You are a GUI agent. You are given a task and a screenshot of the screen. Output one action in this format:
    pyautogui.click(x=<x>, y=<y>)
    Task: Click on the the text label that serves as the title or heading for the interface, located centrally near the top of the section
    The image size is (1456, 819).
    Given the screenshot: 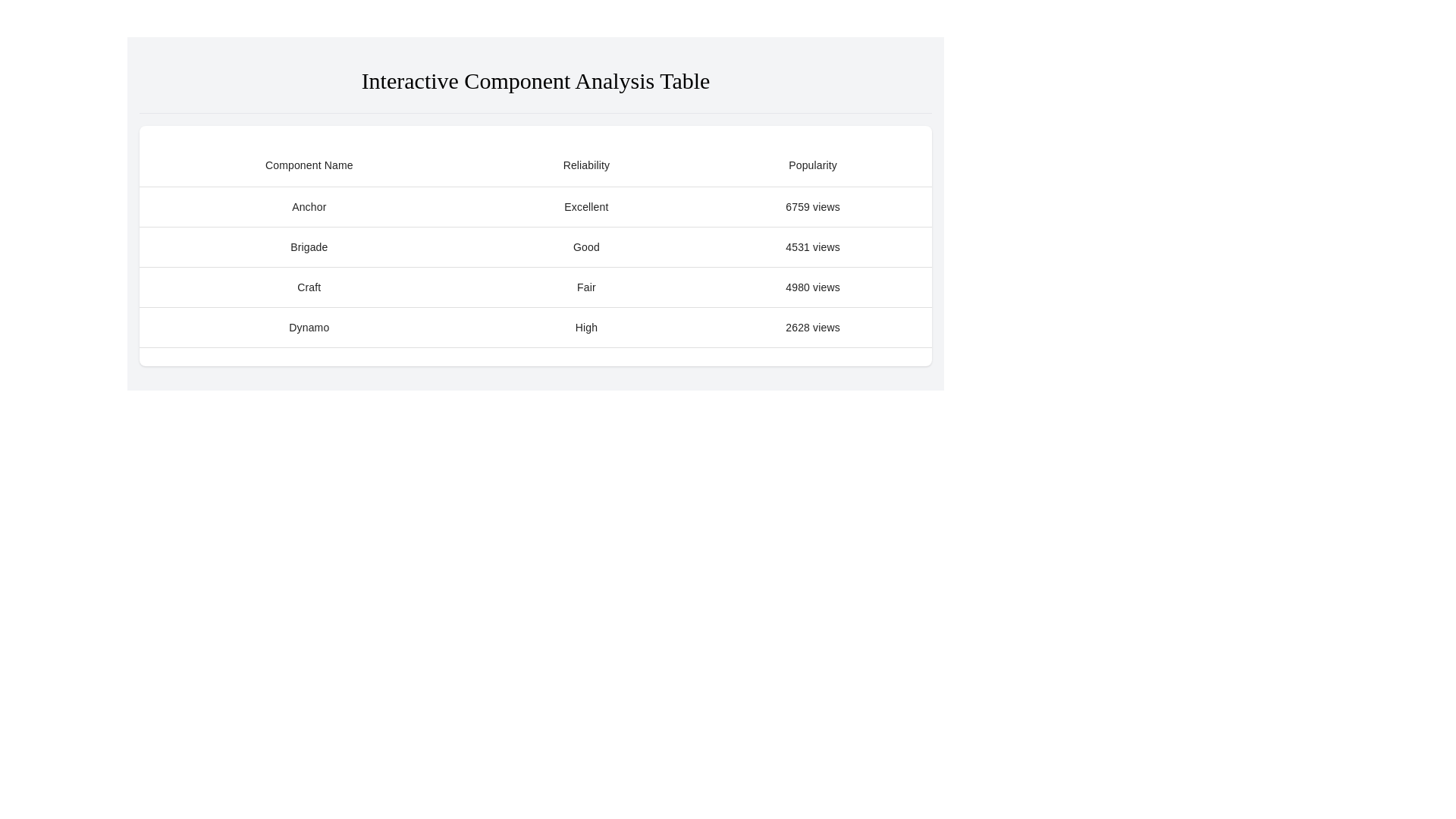 What is the action you would take?
    pyautogui.click(x=535, y=81)
    